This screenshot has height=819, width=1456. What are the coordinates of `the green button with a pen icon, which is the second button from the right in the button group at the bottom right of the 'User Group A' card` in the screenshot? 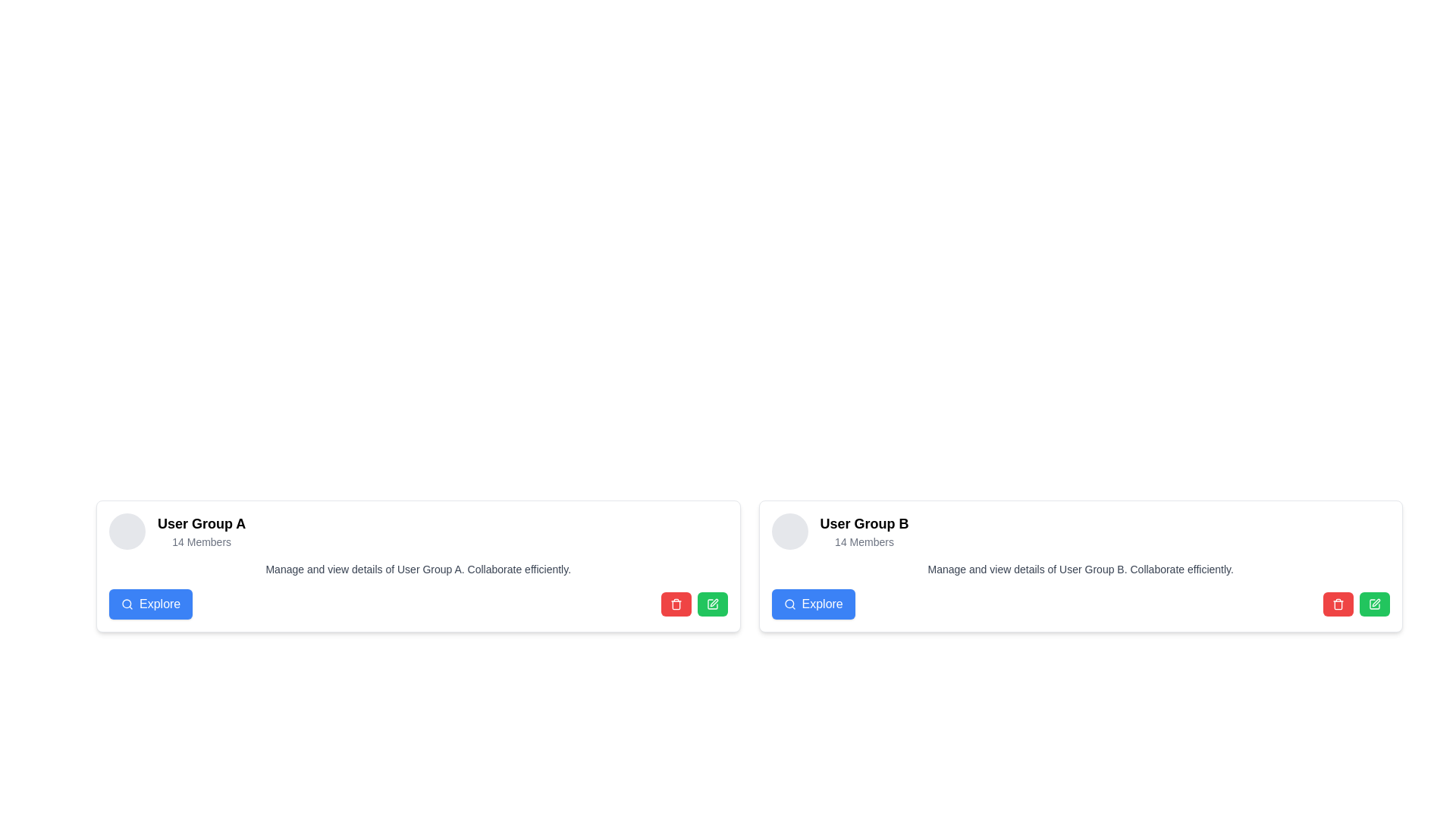 It's located at (711, 604).